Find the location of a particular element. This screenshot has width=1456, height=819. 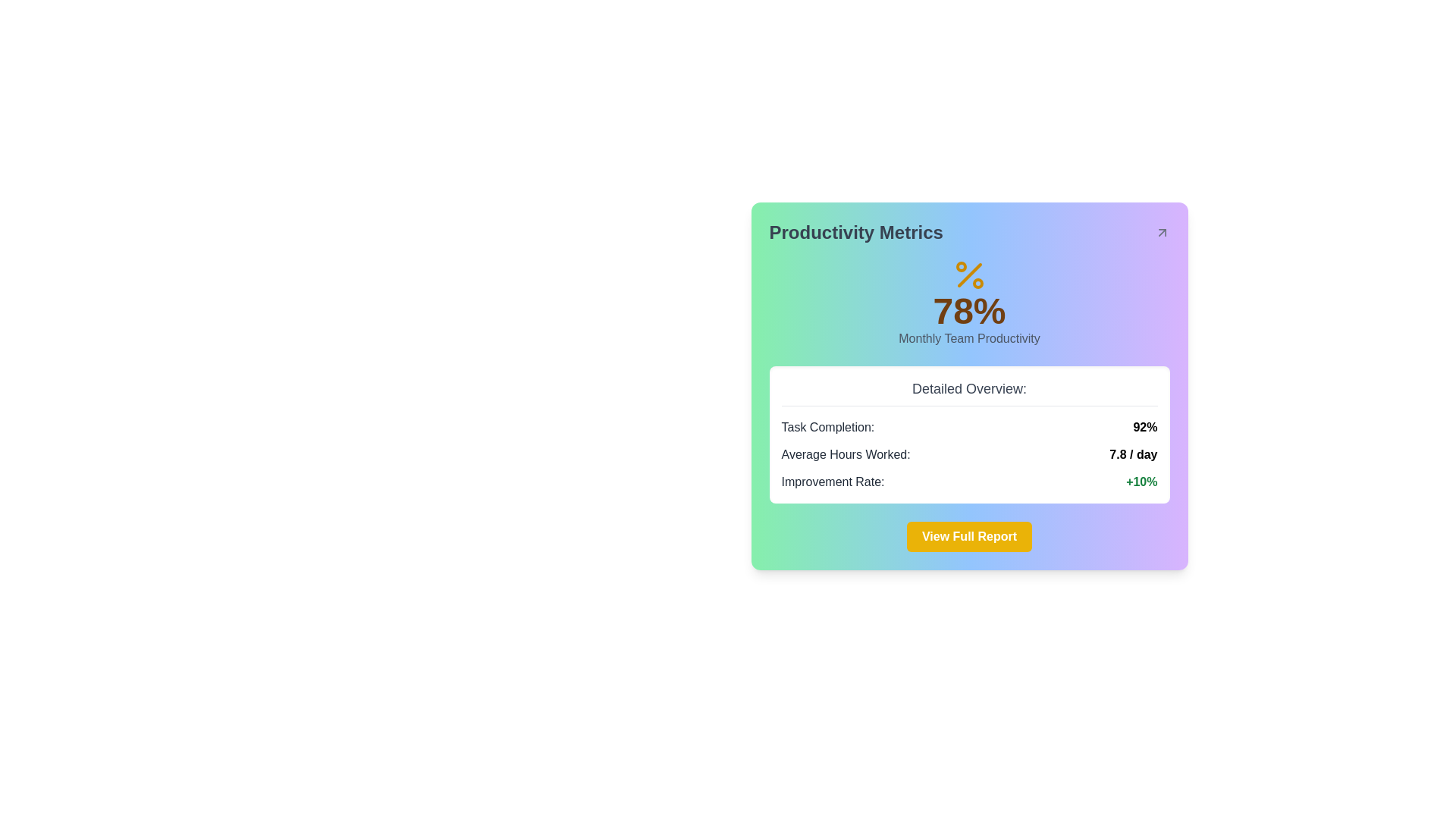

the static text displaying the average number of hours worked per day, which shows '7.8 / day' located to the right of 'Average Hours Worked:' in the 'Detailed Overview' panel is located at coordinates (1133, 454).